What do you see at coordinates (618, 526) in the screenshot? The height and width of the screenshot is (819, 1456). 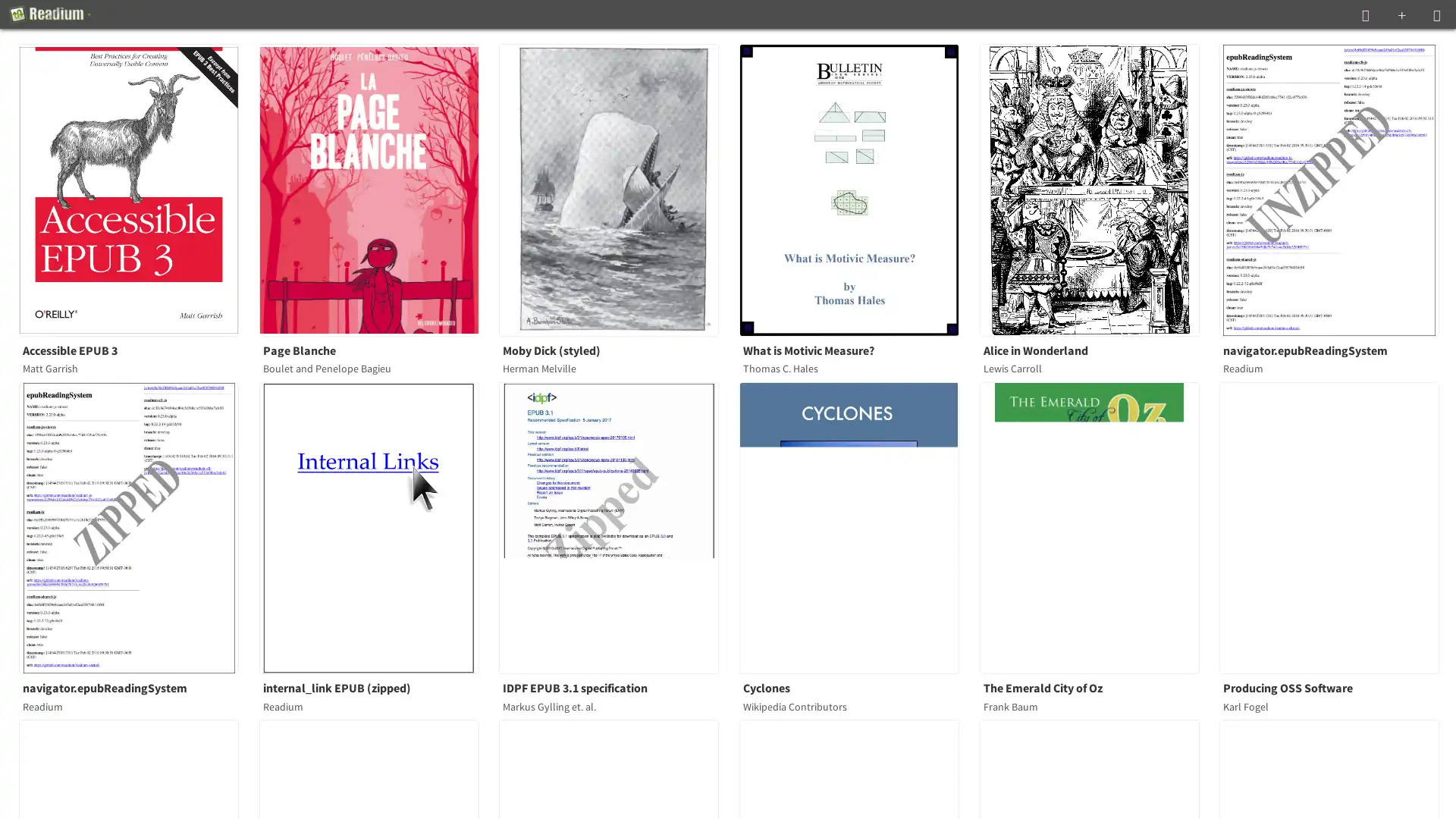 I see `(9) IDPF EPUB 3.1 specification` at bounding box center [618, 526].